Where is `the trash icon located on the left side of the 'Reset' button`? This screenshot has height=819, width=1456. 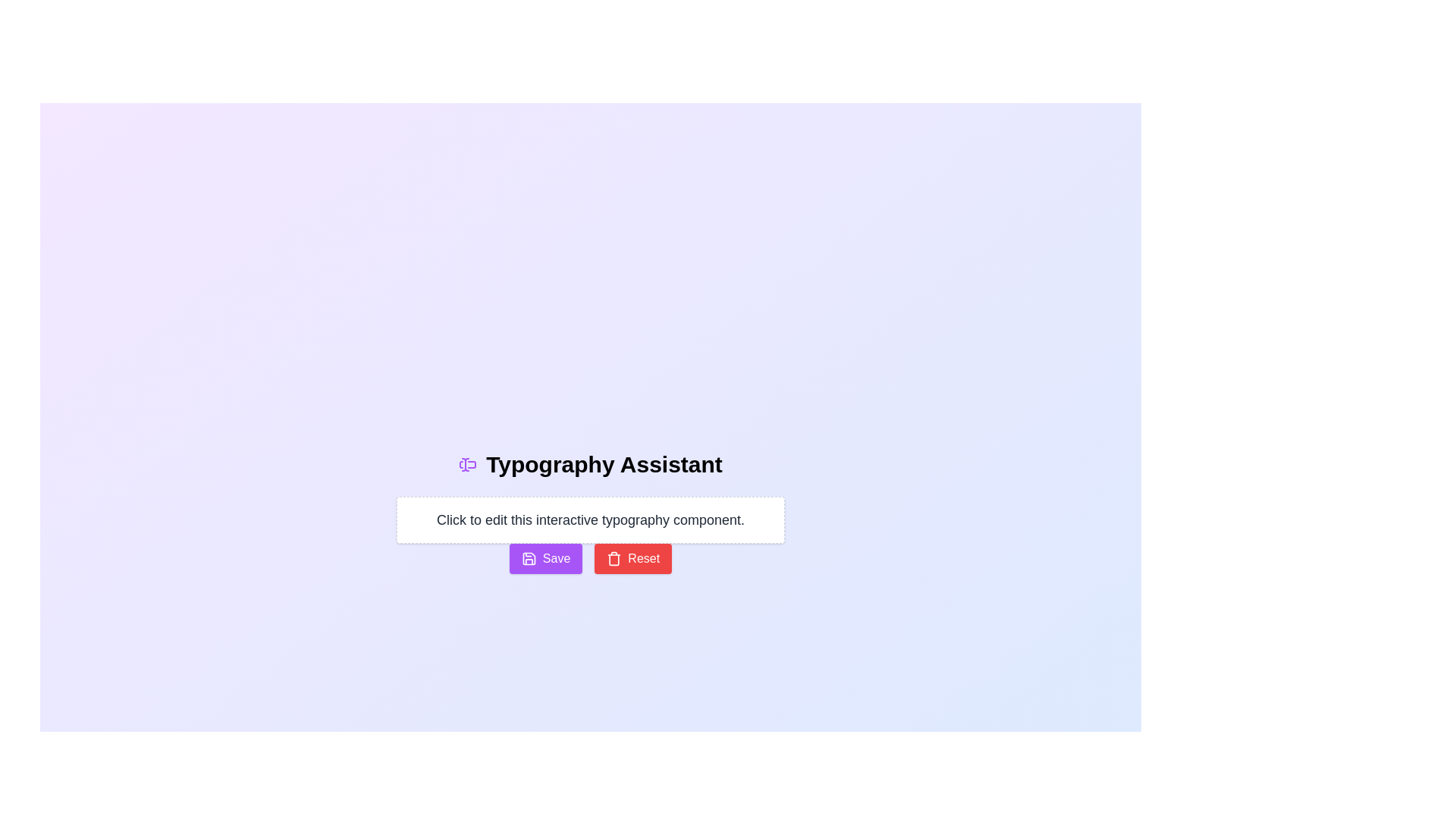
the trash icon located on the left side of the 'Reset' button is located at coordinates (614, 558).